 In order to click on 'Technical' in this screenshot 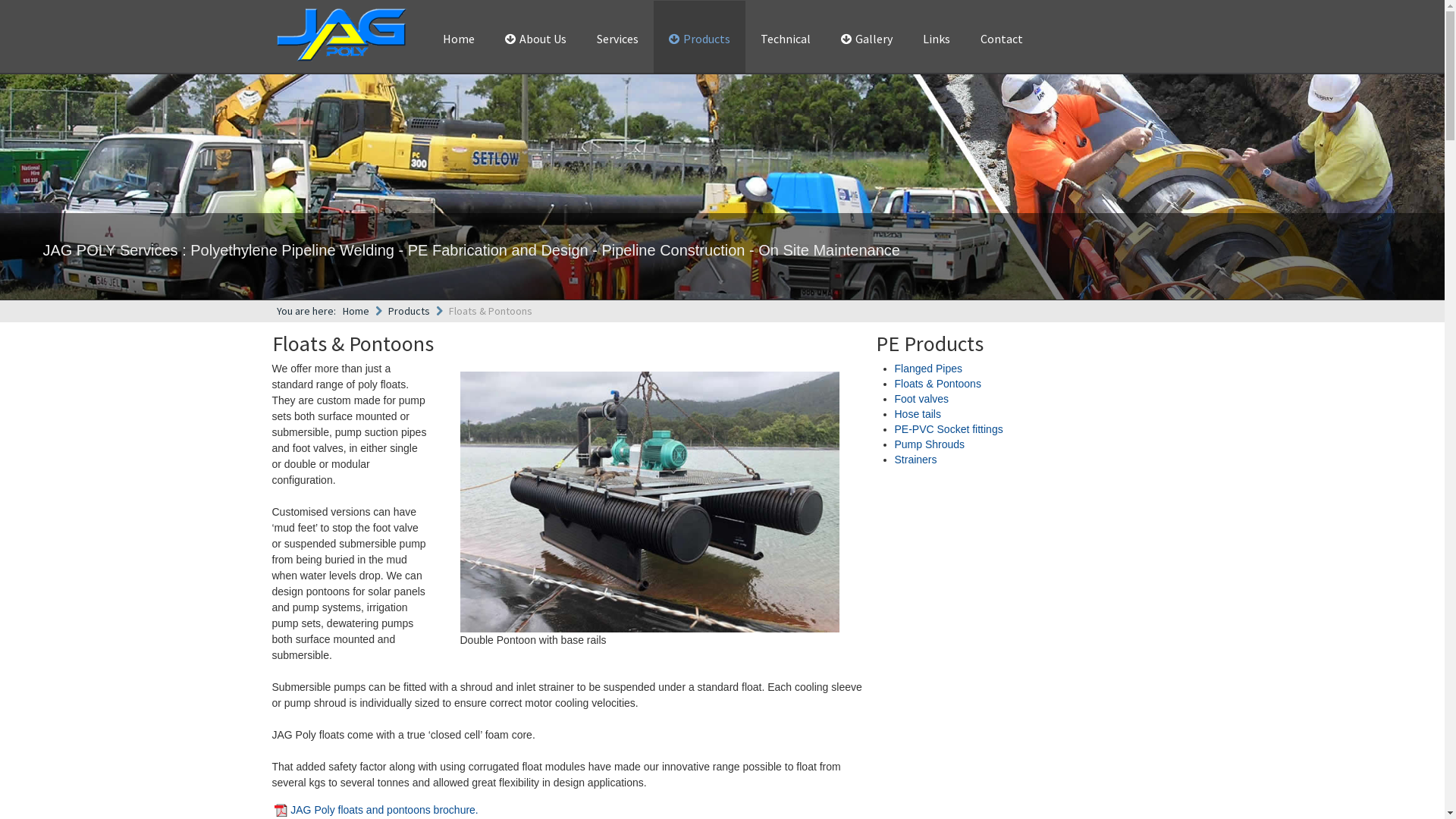, I will do `click(752, 38)`.